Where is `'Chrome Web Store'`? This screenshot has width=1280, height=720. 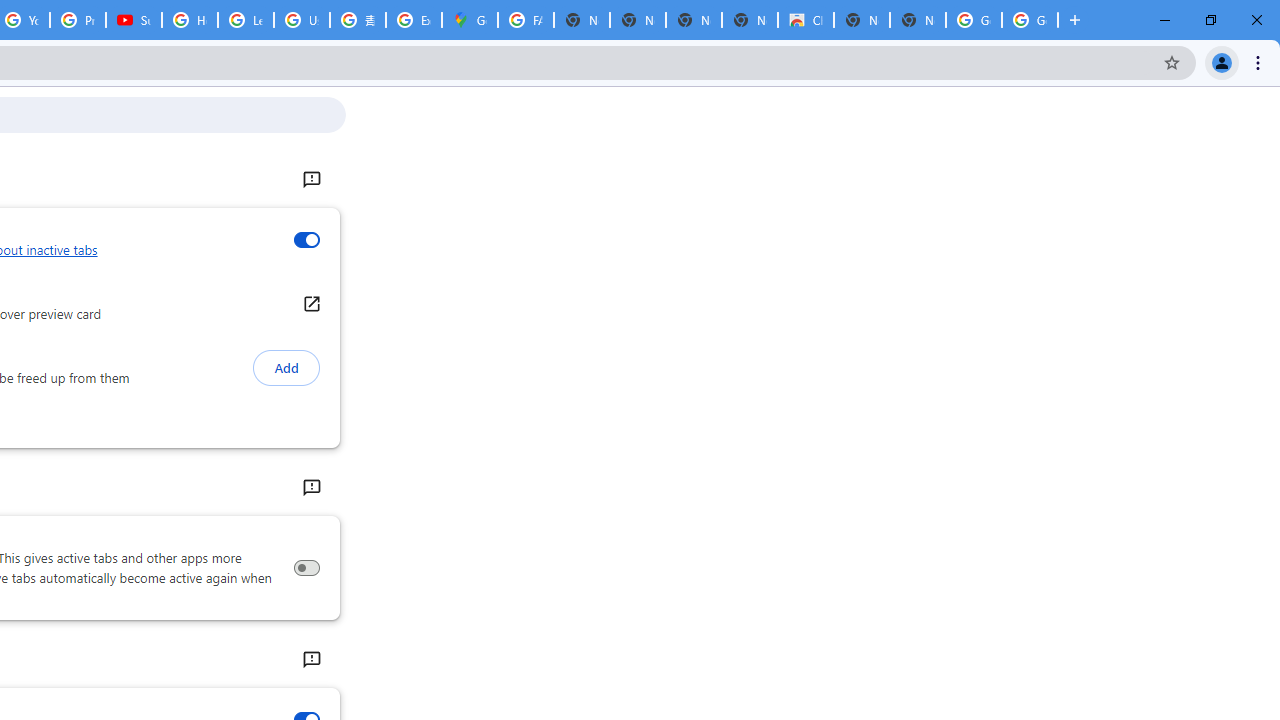
'Chrome Web Store' is located at coordinates (806, 20).